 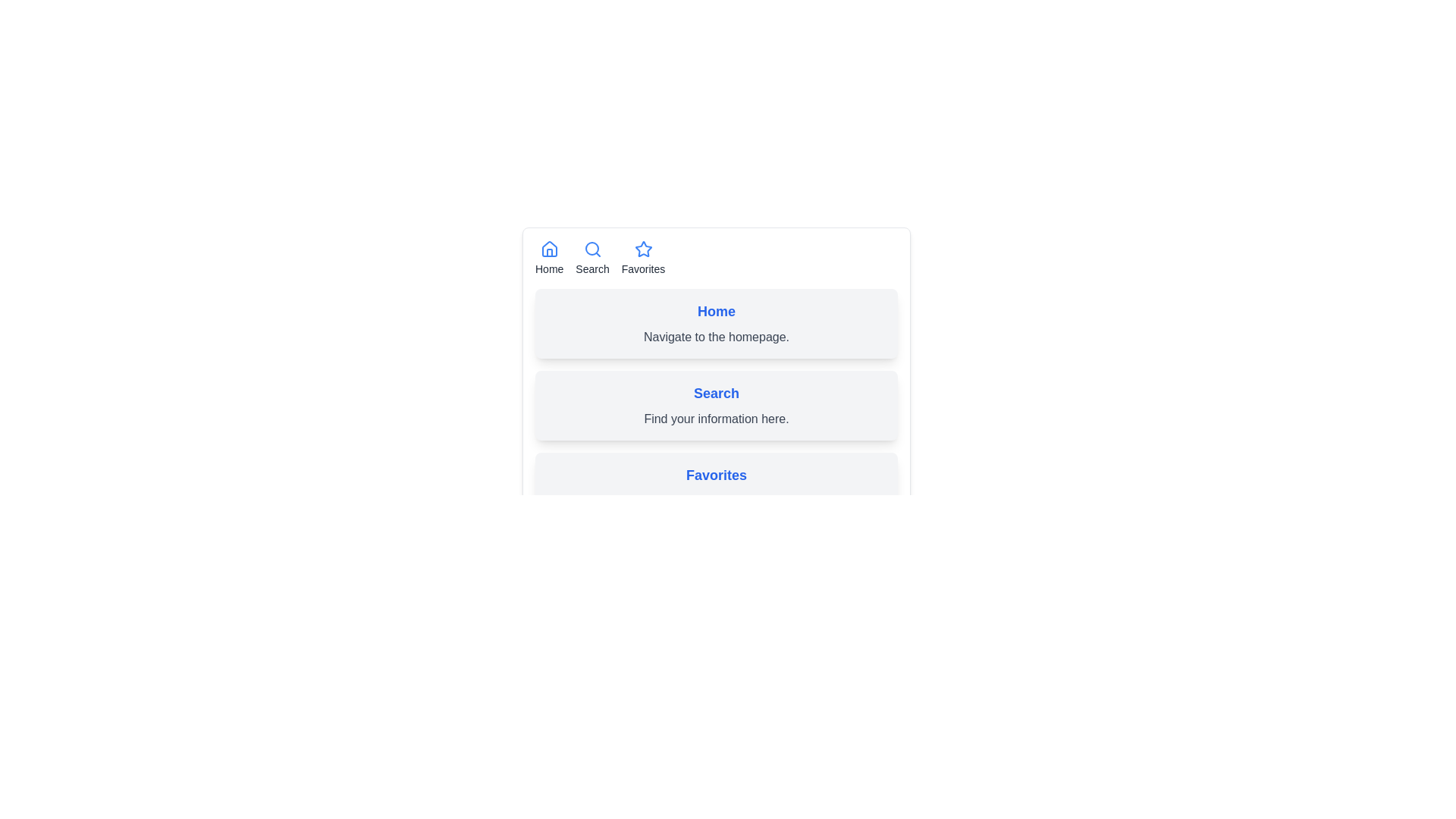 What do you see at coordinates (716, 488) in the screenshot?
I see `the informational card that hints at quickly accessing starred items, located at the bottom of the vertical list of three similar elements` at bounding box center [716, 488].